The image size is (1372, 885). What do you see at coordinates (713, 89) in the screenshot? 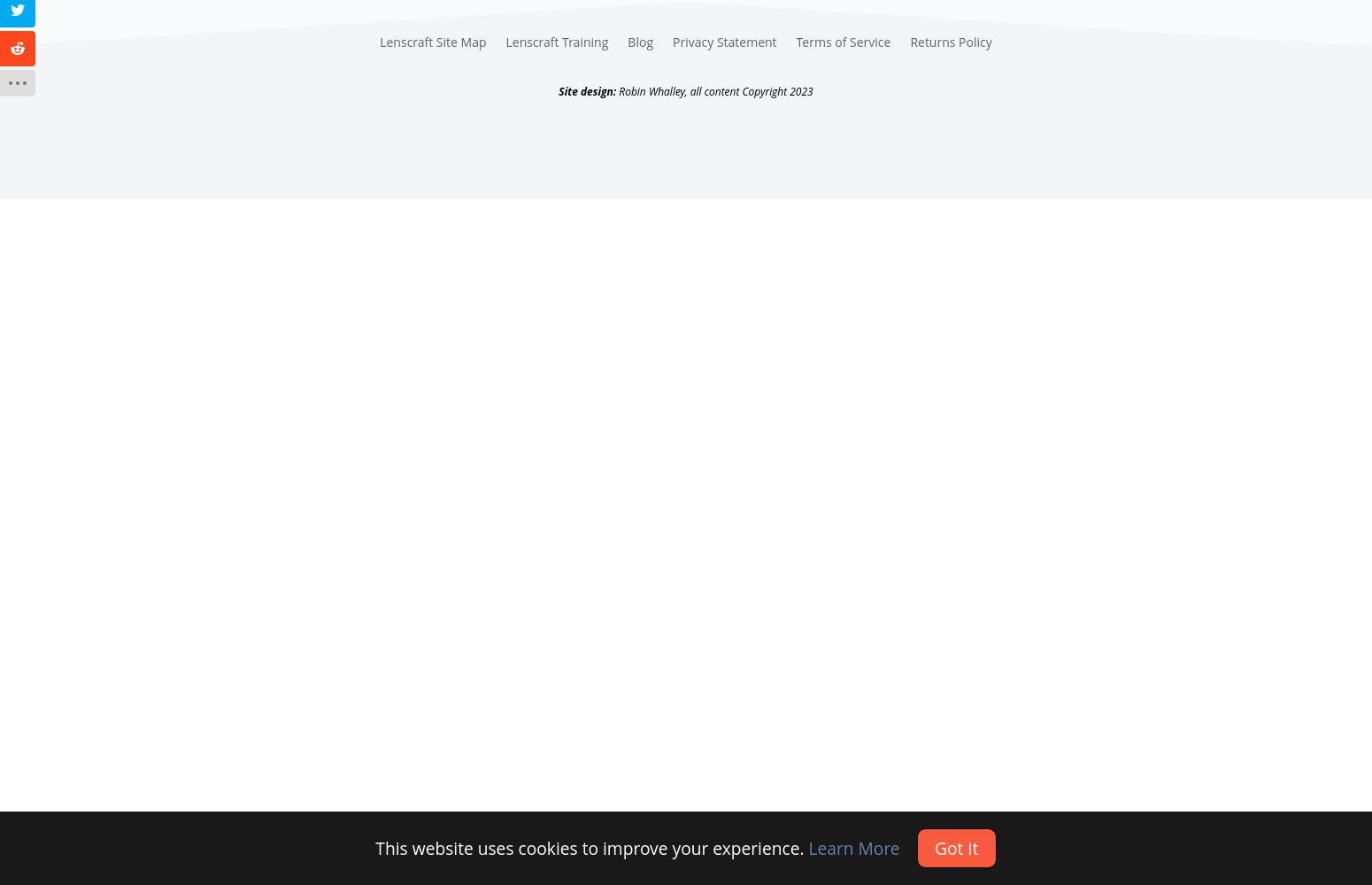
I see `'Robin Whalley, all content Copyright 2023'` at bounding box center [713, 89].